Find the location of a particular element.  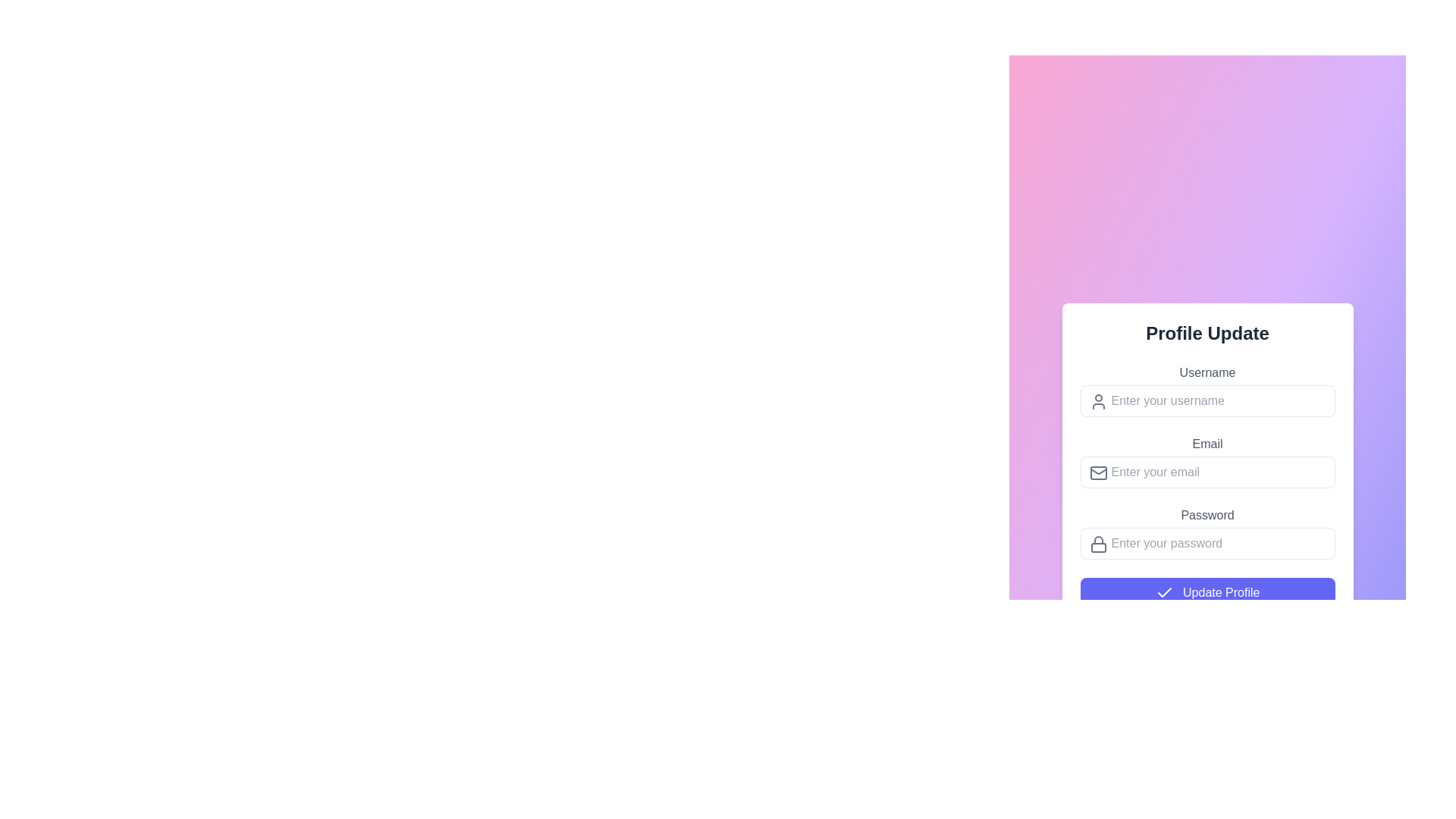

the email icon located to the left of the 'Enter your email' input field in the profile update form is located at coordinates (1098, 472).